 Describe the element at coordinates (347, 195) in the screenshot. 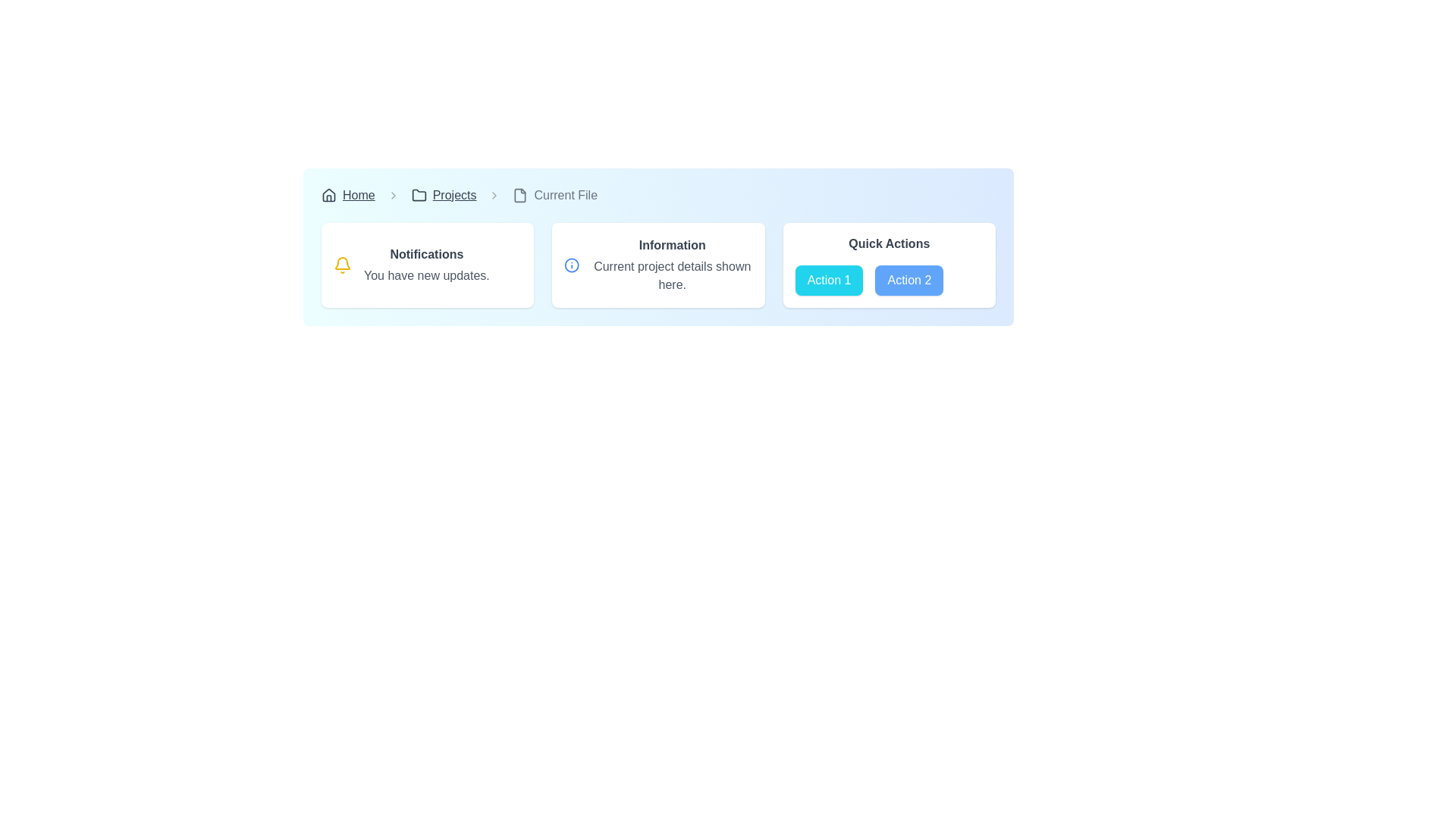

I see `the 'Home' interactive text link in the breadcrumb navigation bar` at that location.